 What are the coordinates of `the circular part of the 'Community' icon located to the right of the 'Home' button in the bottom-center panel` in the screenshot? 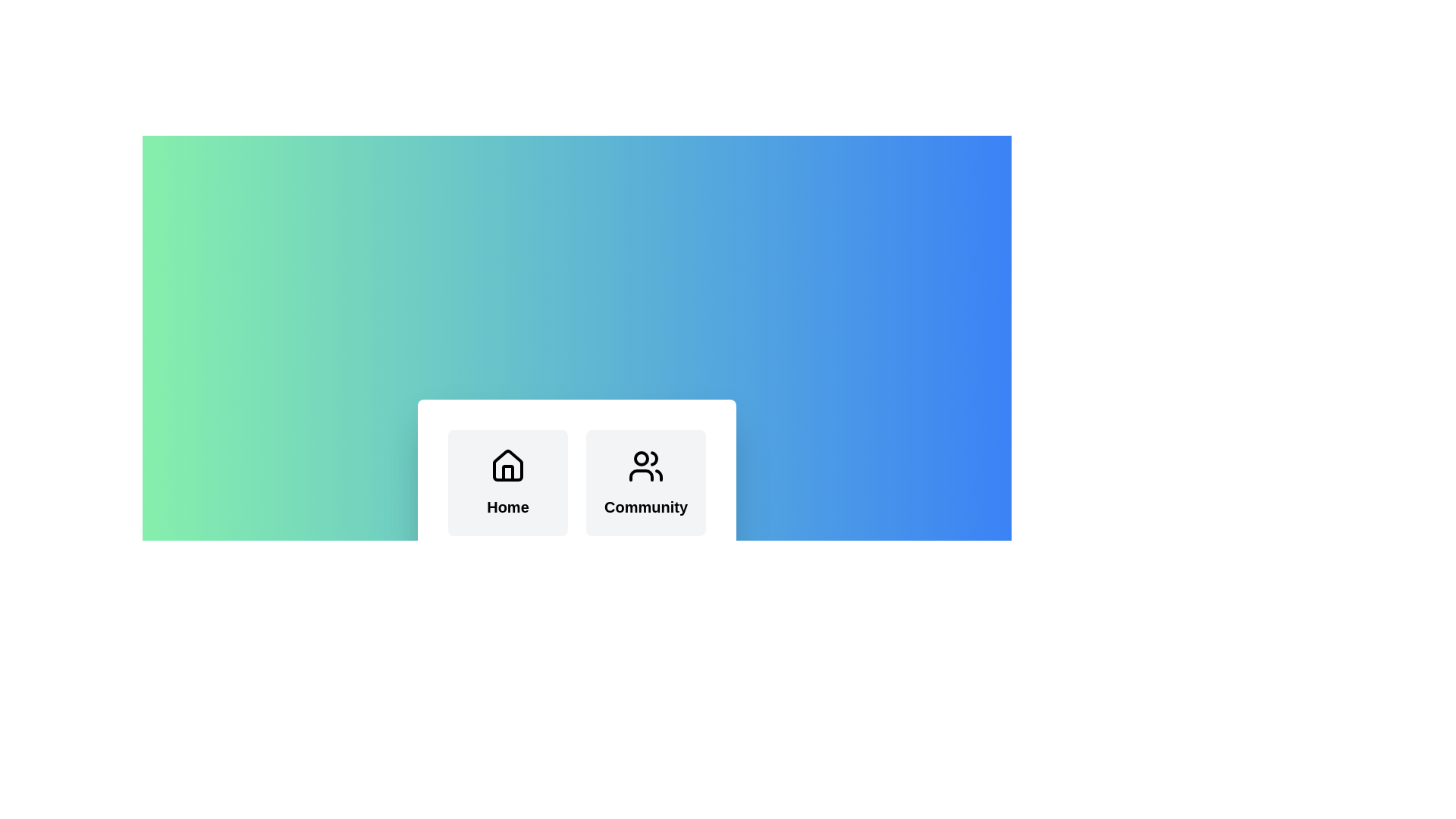 It's located at (641, 458).